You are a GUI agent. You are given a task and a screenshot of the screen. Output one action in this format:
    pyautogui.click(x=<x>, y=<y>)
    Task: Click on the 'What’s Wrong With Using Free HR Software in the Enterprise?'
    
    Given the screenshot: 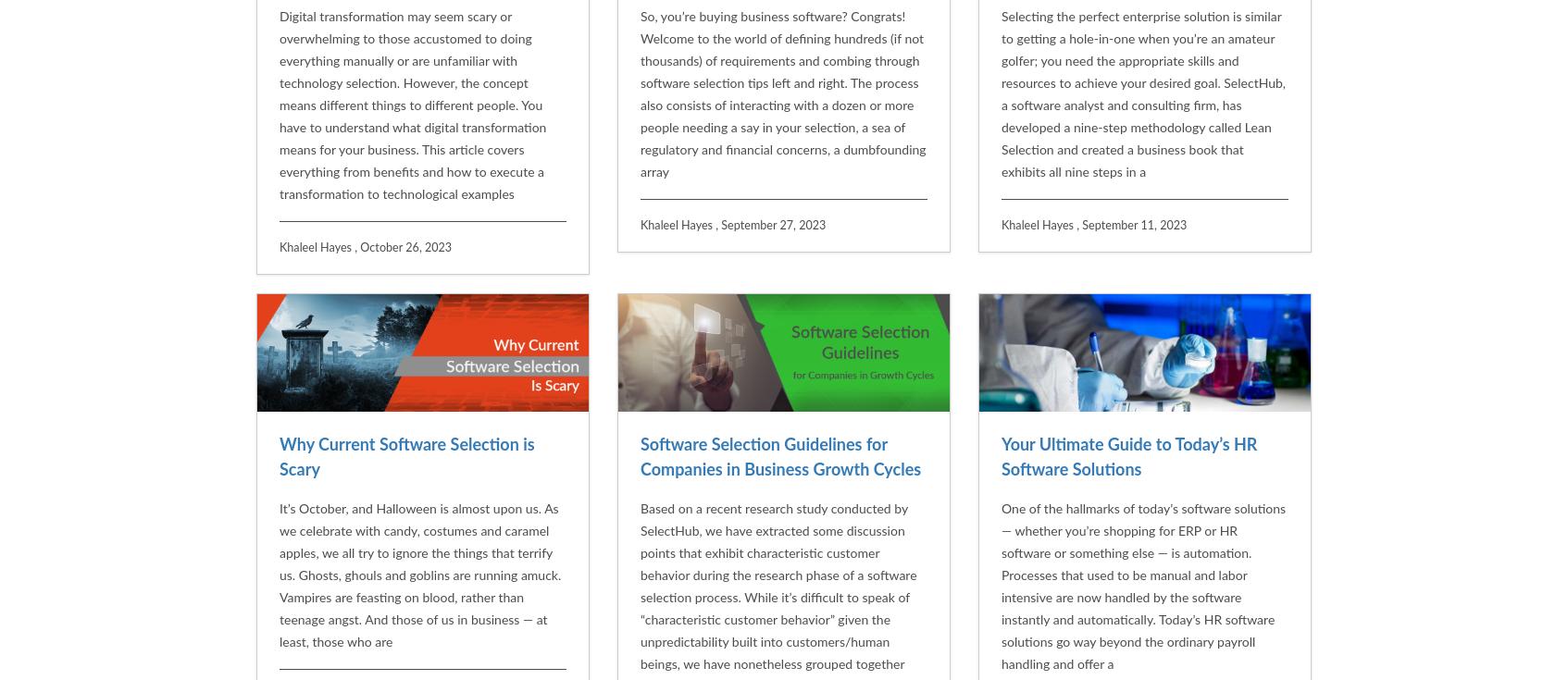 What is the action you would take?
    pyautogui.click(x=769, y=643)
    